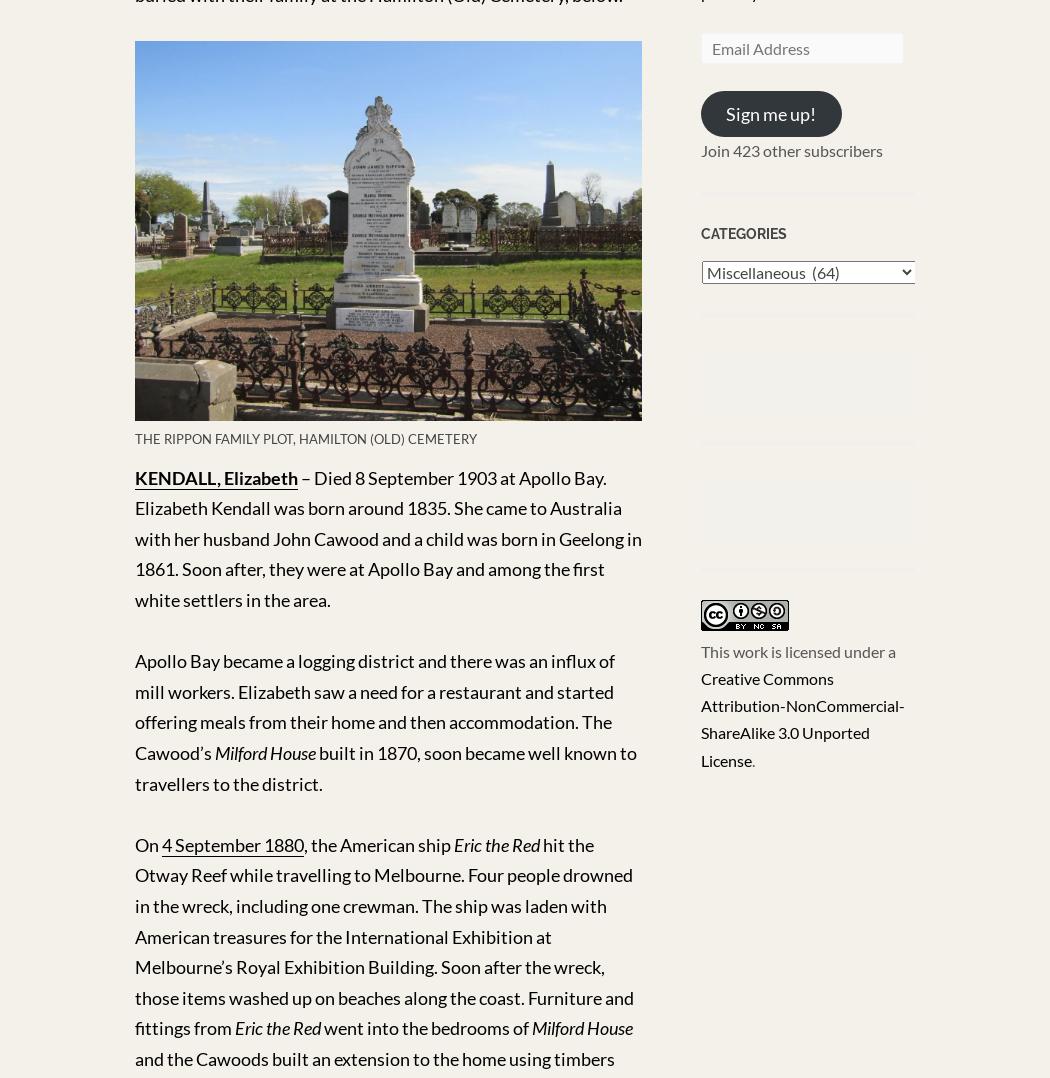 The image size is (1050, 1078). I want to click on 'Apollo Bay became a logging district and there was an influx of mill workers. Elizabeth saw a need for a restaurant and started offering meals from their home and then accommodation. The Cawood’s', so click(373, 705).